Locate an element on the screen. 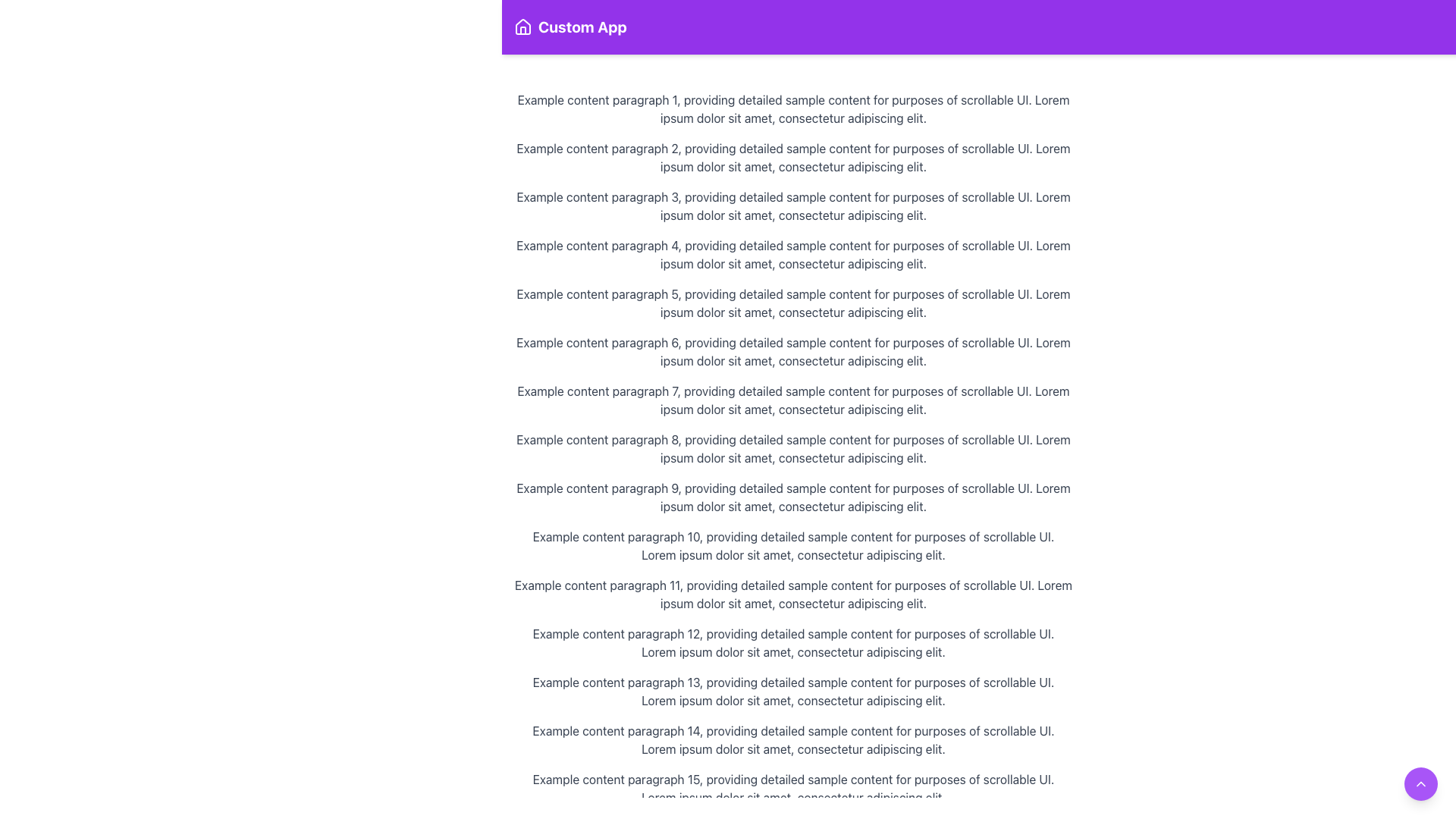 This screenshot has width=1456, height=819. the fourth paragraph of text styled in gray color, which contains the content 'Example content paragraph 4, providing detailed sample content for purposes of scrollable UI.' is located at coordinates (792, 253).